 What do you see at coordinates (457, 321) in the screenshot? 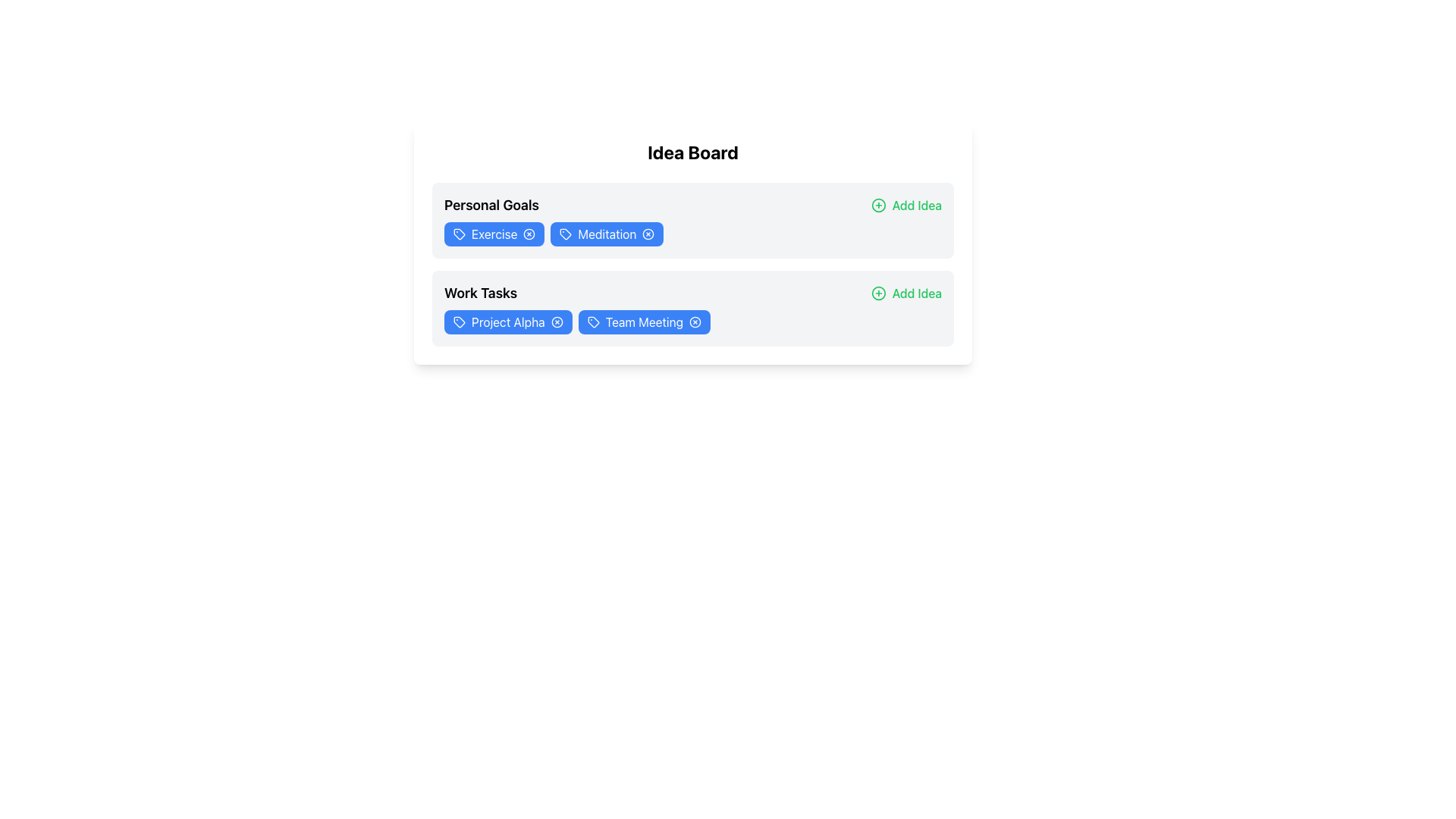
I see `the vector graphic element that represents a 'tag' icon preceding the text 'Project Alpha' in the second item of the 'Work Tasks' section` at bounding box center [457, 321].